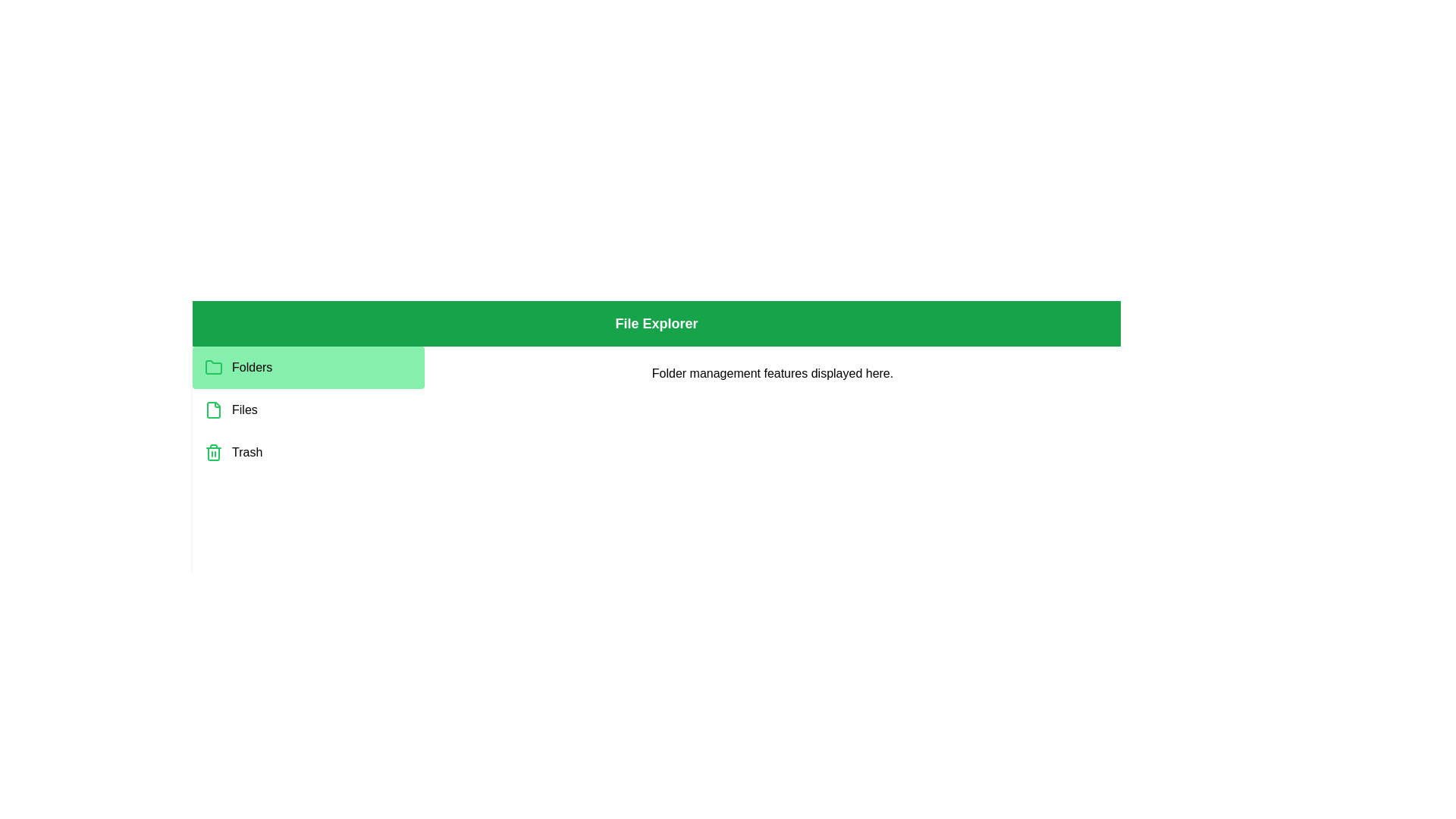 The width and height of the screenshot is (1456, 819). Describe the element at coordinates (308, 452) in the screenshot. I see `the Trash menu by clicking on its corresponding menu item` at that location.